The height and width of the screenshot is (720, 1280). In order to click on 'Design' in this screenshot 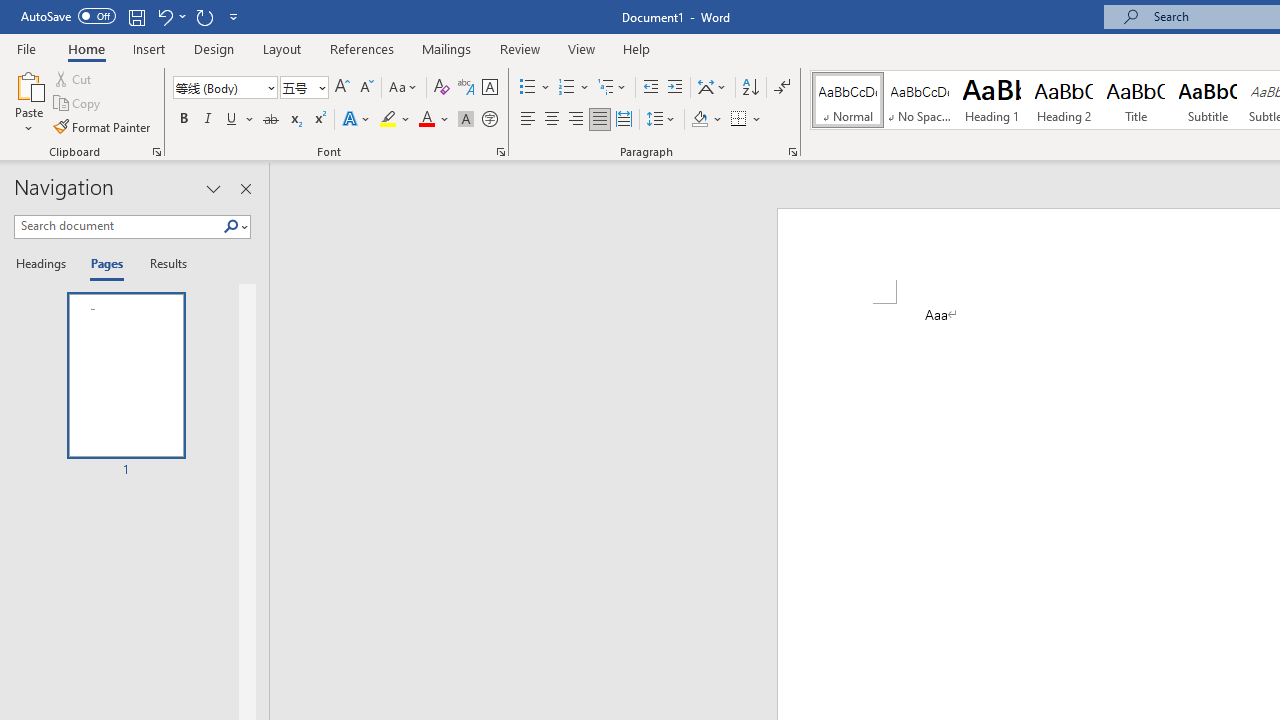, I will do `click(214, 48)`.